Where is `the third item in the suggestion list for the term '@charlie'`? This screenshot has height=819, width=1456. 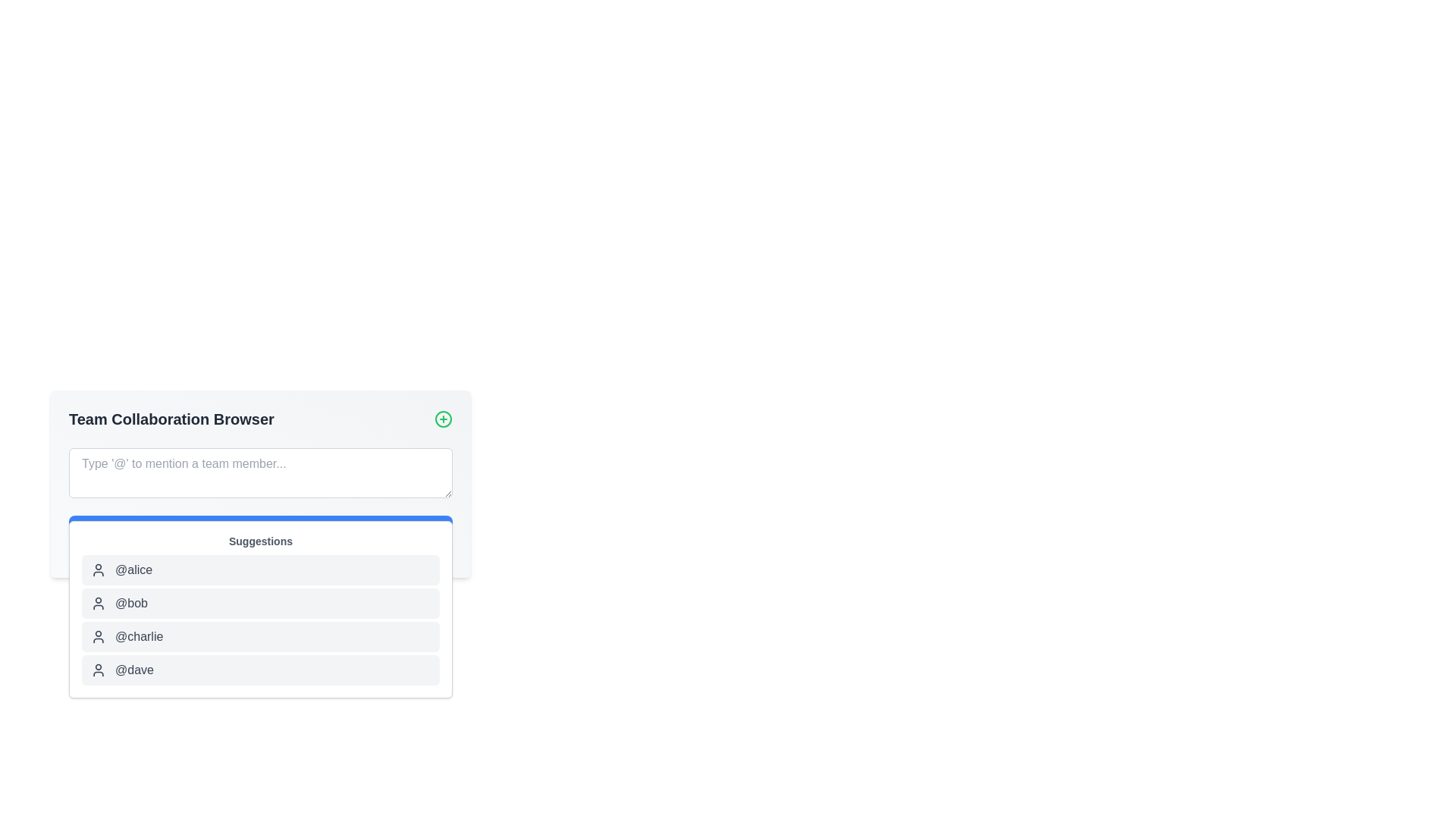 the third item in the suggestion list for the term '@charlie' is located at coordinates (261, 637).